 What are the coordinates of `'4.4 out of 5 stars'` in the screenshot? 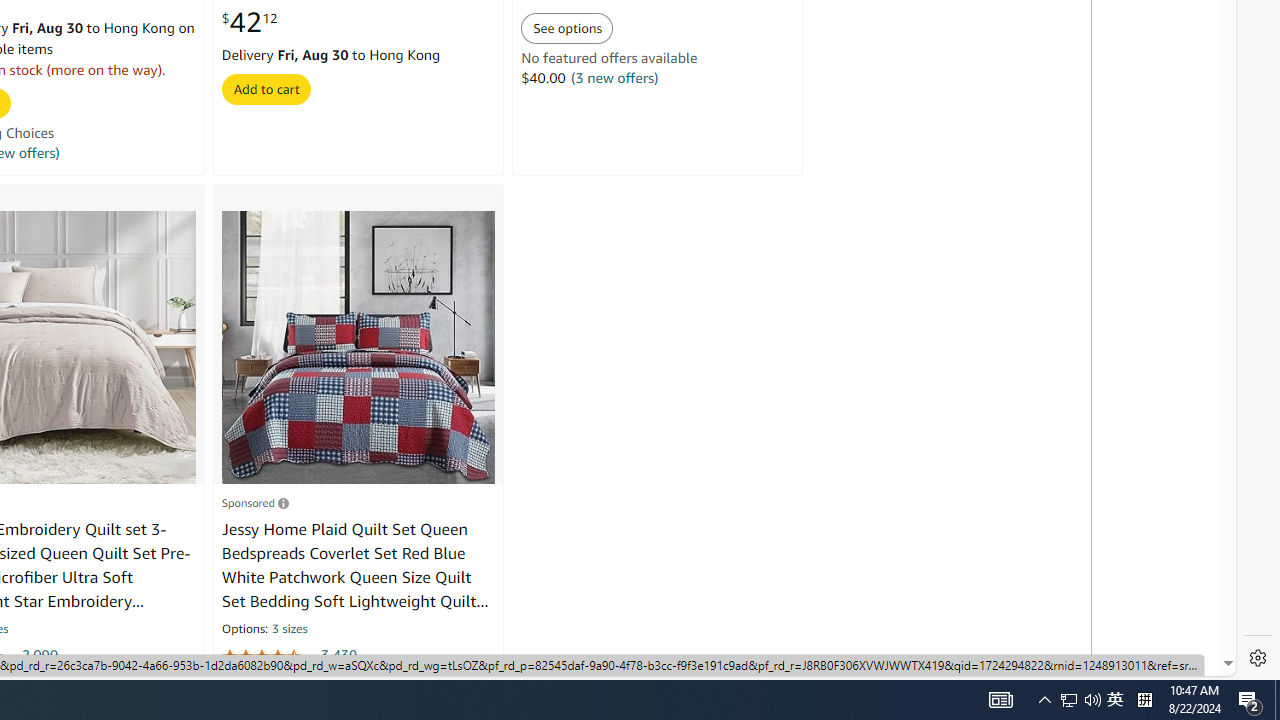 It's located at (268, 656).